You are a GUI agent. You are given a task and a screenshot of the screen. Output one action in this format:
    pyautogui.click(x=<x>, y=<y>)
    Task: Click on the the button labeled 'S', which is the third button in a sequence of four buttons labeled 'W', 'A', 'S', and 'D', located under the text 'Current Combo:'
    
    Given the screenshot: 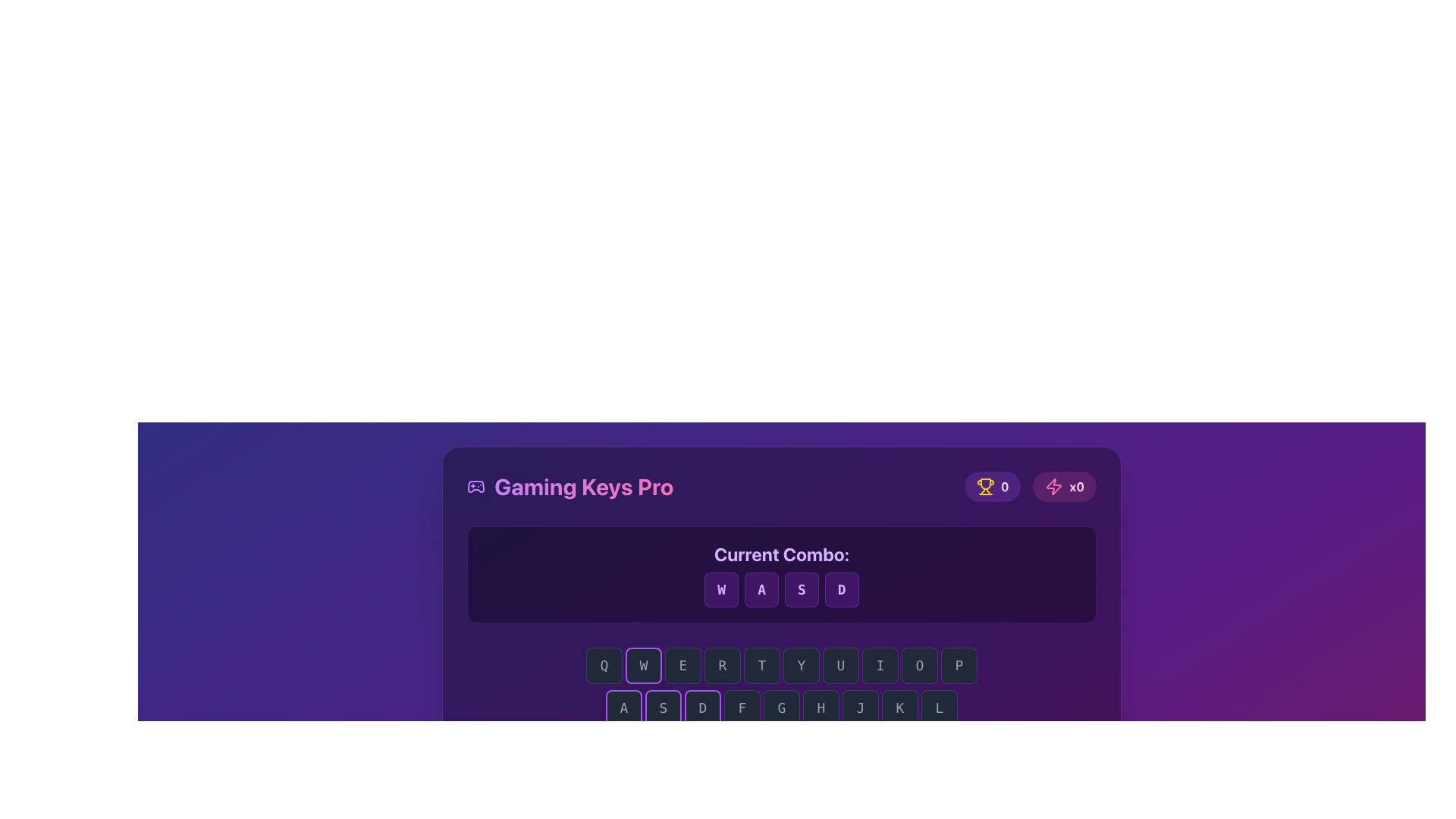 What is the action you would take?
    pyautogui.click(x=801, y=589)
    